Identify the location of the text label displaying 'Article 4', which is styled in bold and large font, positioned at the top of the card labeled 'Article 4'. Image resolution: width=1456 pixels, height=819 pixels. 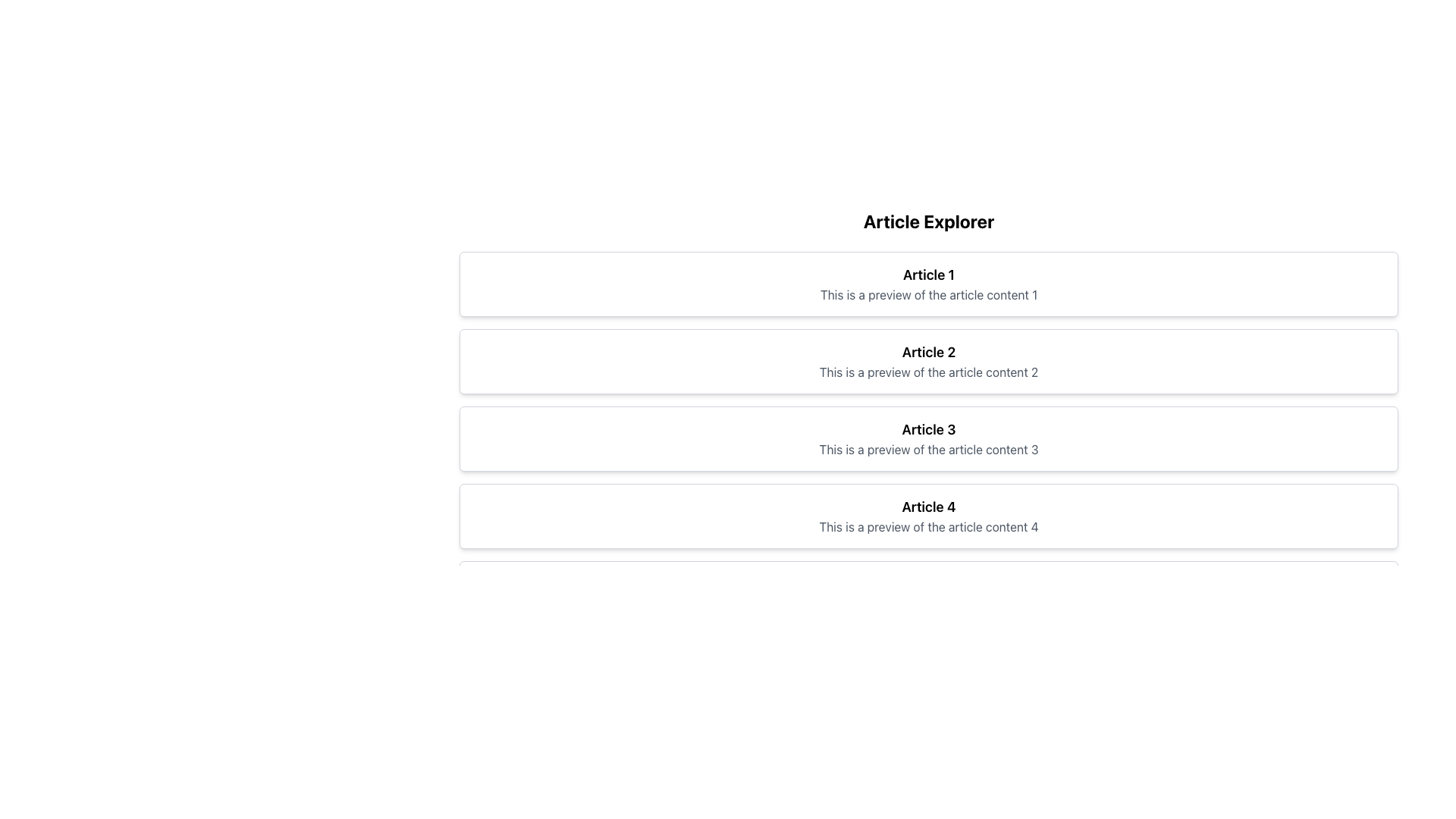
(927, 507).